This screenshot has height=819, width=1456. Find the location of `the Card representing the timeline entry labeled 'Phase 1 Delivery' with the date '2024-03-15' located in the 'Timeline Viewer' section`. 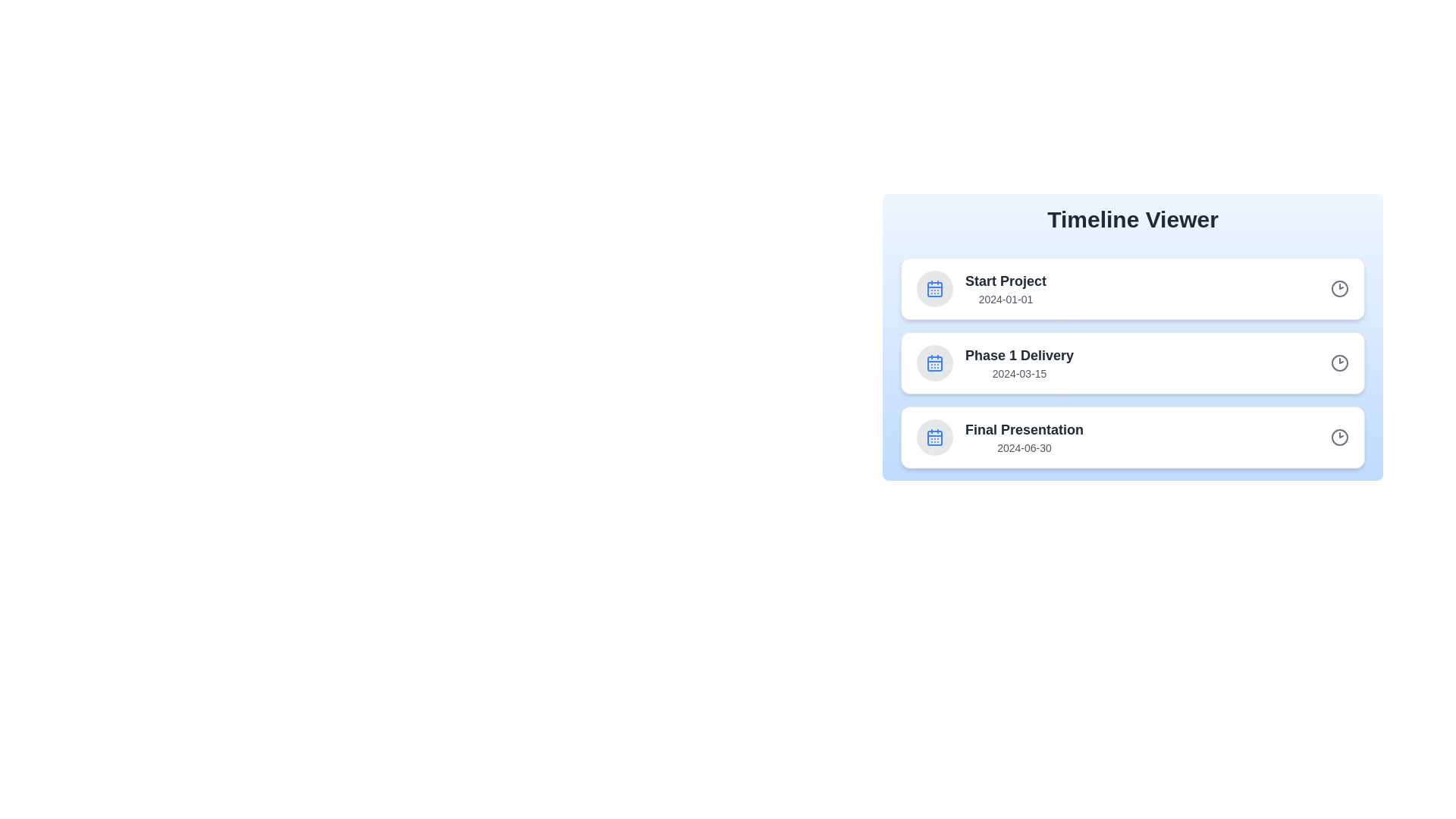

the Card representing the timeline entry labeled 'Phase 1 Delivery' with the date '2024-03-15' located in the 'Timeline Viewer' section is located at coordinates (1132, 362).